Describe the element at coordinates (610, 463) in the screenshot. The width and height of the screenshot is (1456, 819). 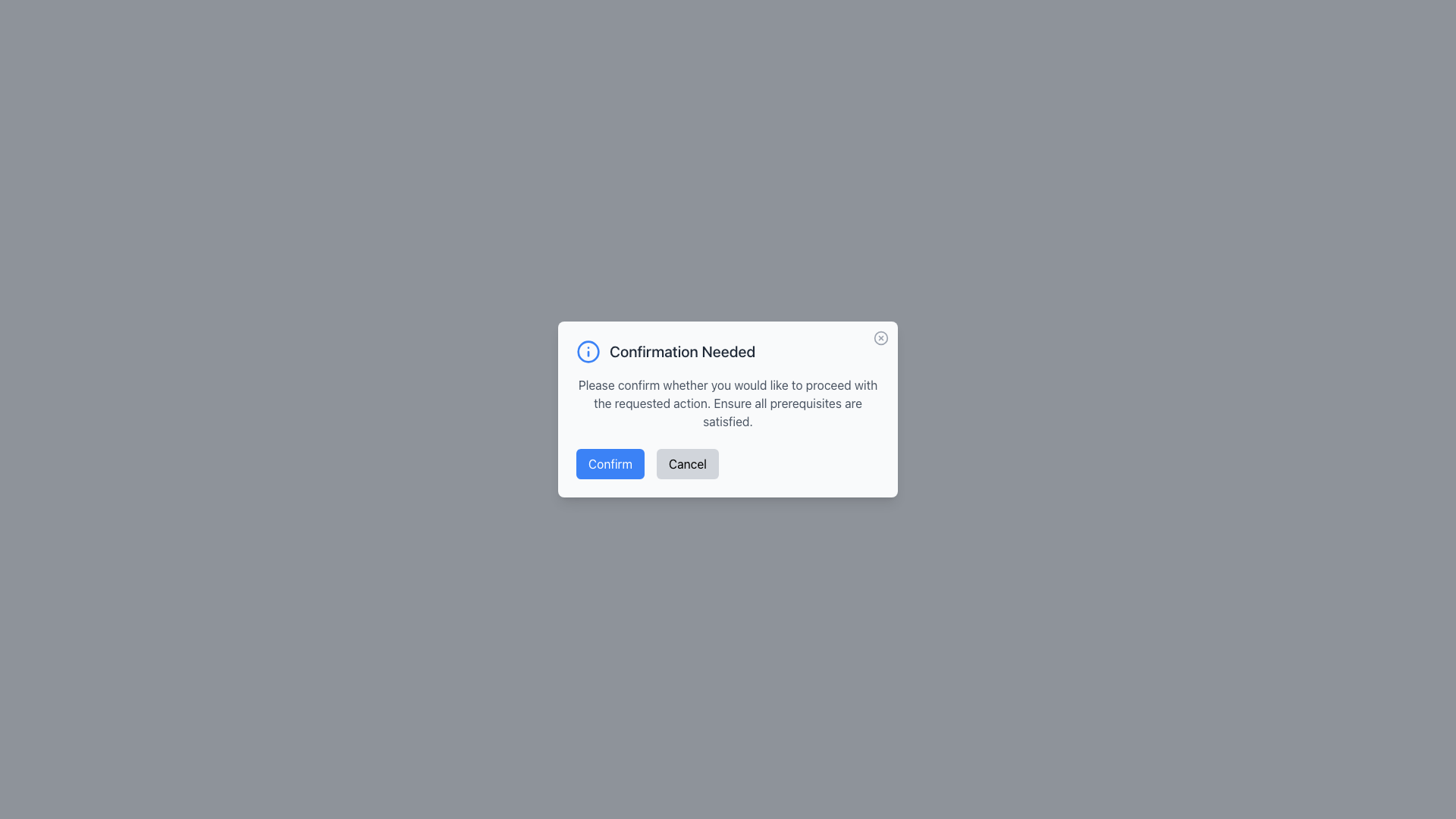
I see `the confirmation button located at the bottom section of the dialog box, to the left of the 'Cancel' button, to trigger the hover effect` at that location.